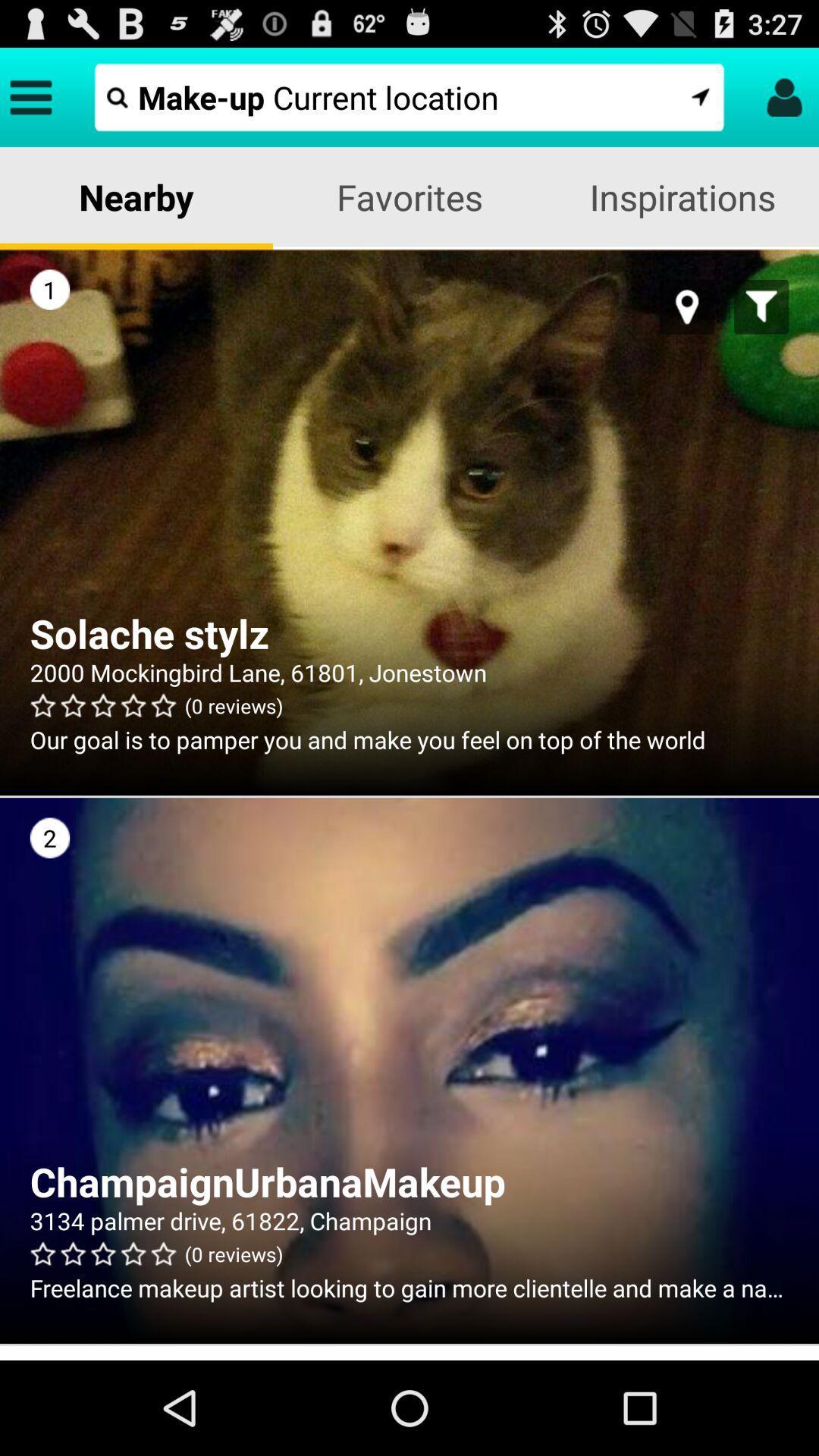  Describe the element at coordinates (136, 196) in the screenshot. I see `the app to the left of the favorites app` at that location.